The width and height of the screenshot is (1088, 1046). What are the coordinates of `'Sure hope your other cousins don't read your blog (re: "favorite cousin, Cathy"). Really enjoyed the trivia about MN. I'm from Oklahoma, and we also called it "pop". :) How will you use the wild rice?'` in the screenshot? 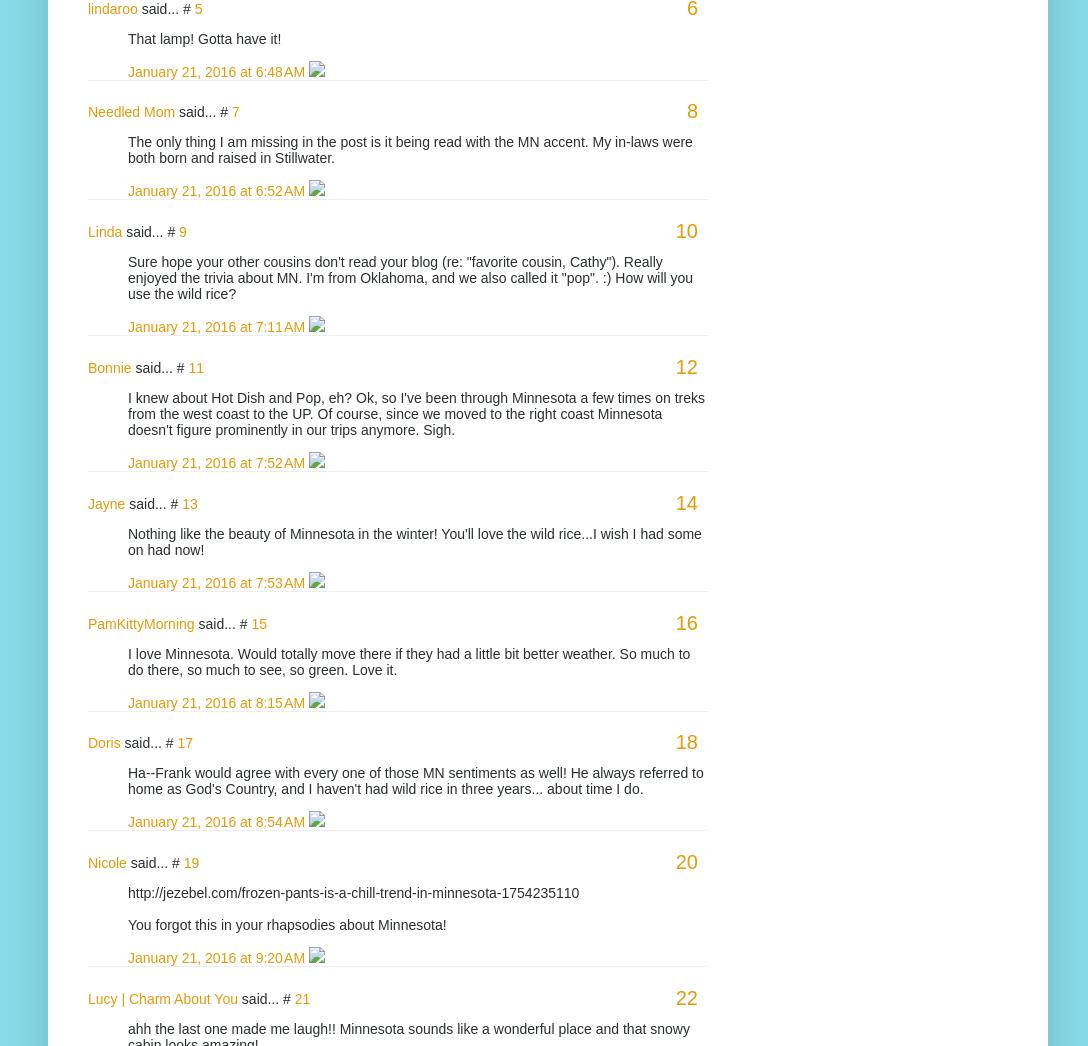 It's located at (409, 278).